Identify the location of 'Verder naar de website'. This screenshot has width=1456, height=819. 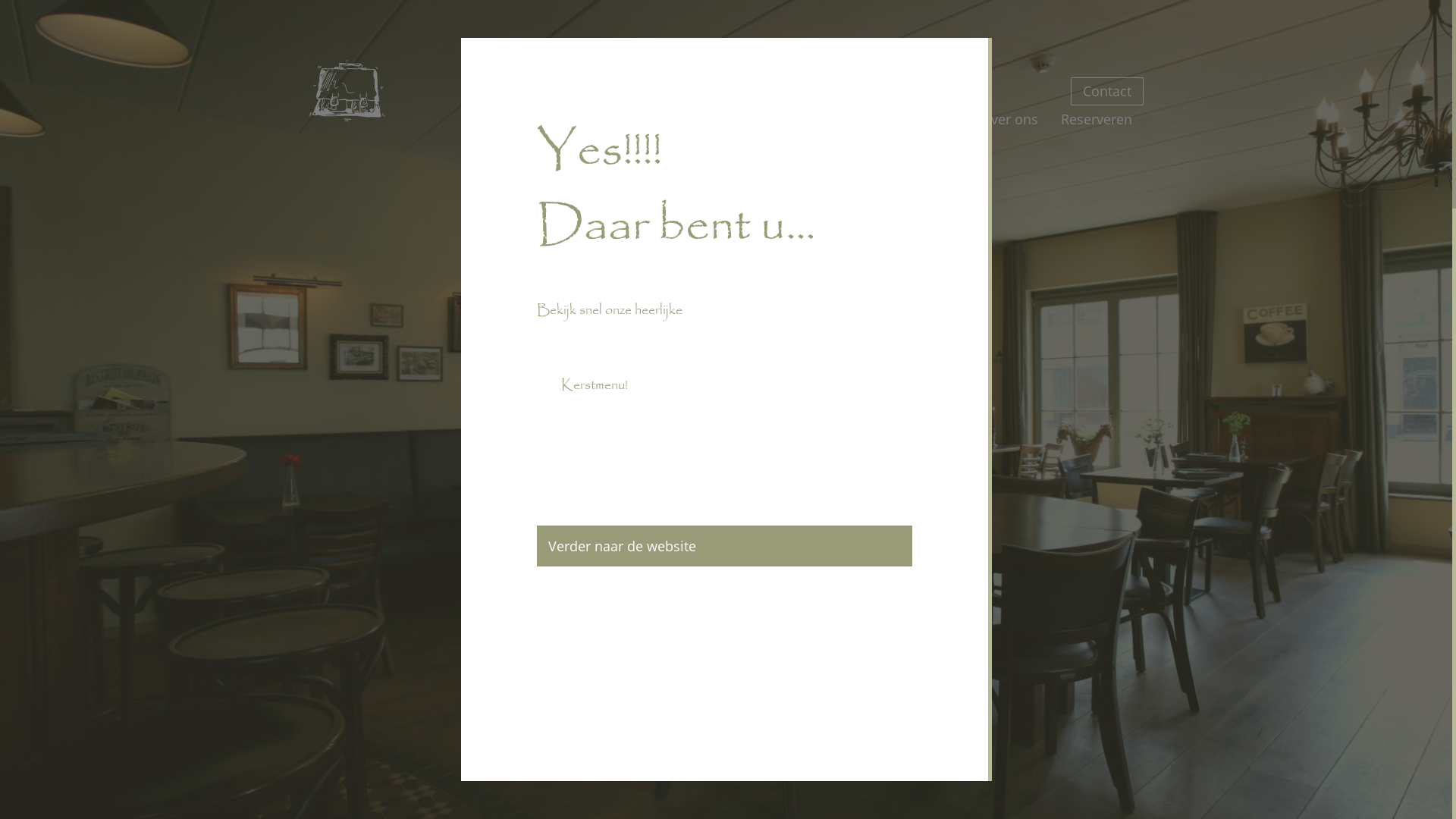
(723, 546).